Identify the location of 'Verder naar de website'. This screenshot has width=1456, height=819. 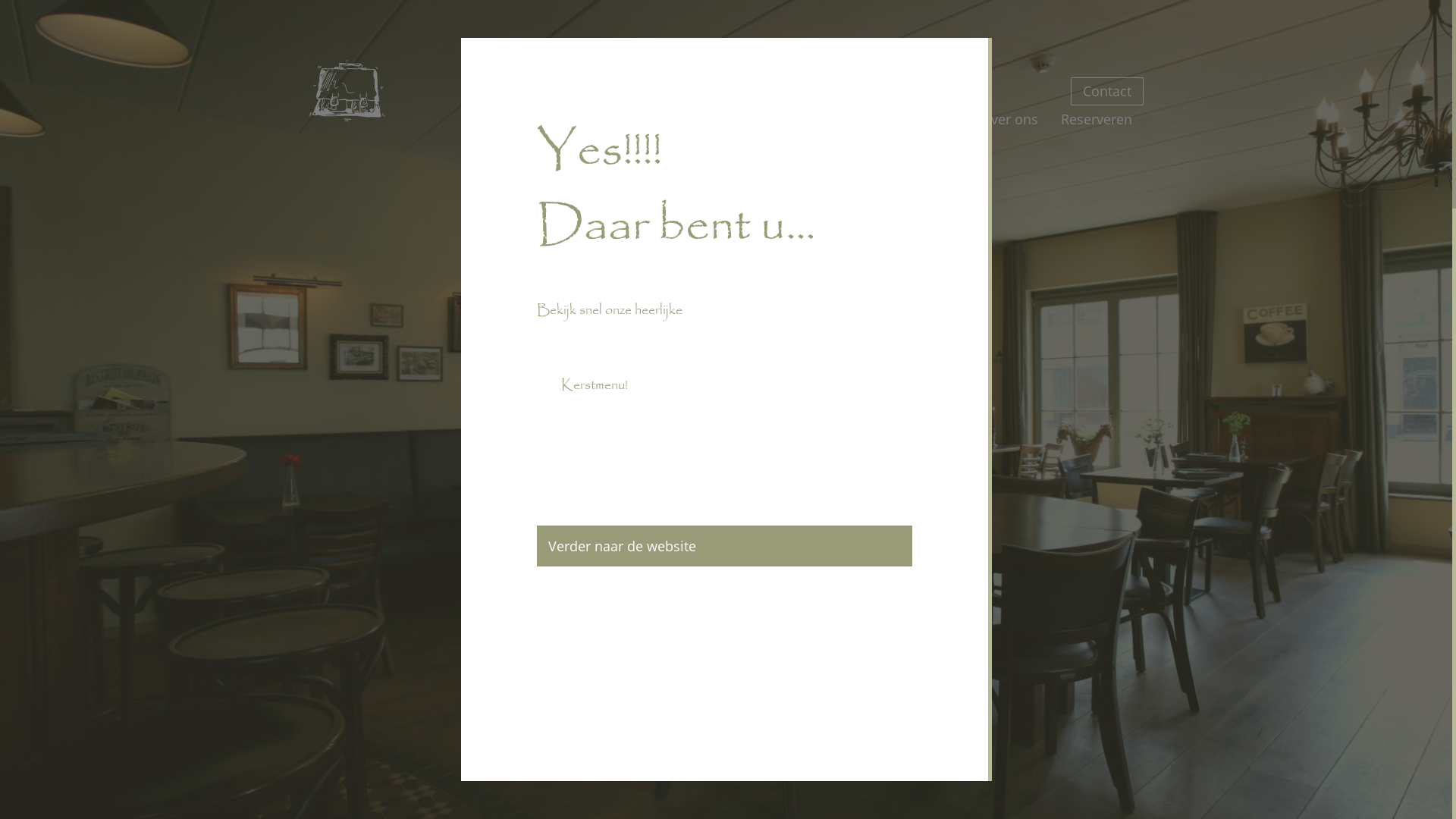
(723, 546).